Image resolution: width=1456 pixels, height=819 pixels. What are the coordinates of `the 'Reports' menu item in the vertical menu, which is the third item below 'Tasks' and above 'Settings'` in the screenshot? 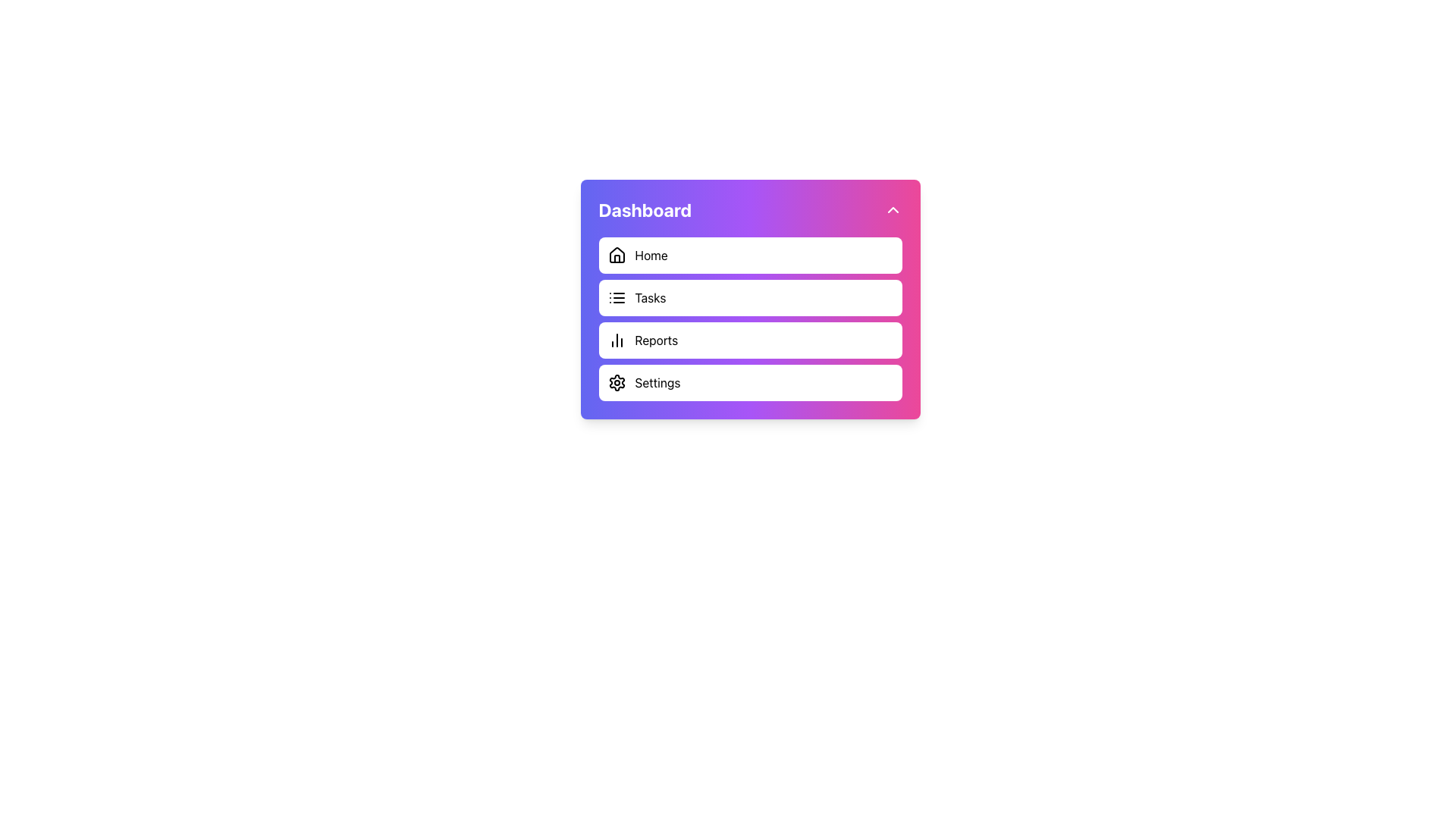 It's located at (750, 318).